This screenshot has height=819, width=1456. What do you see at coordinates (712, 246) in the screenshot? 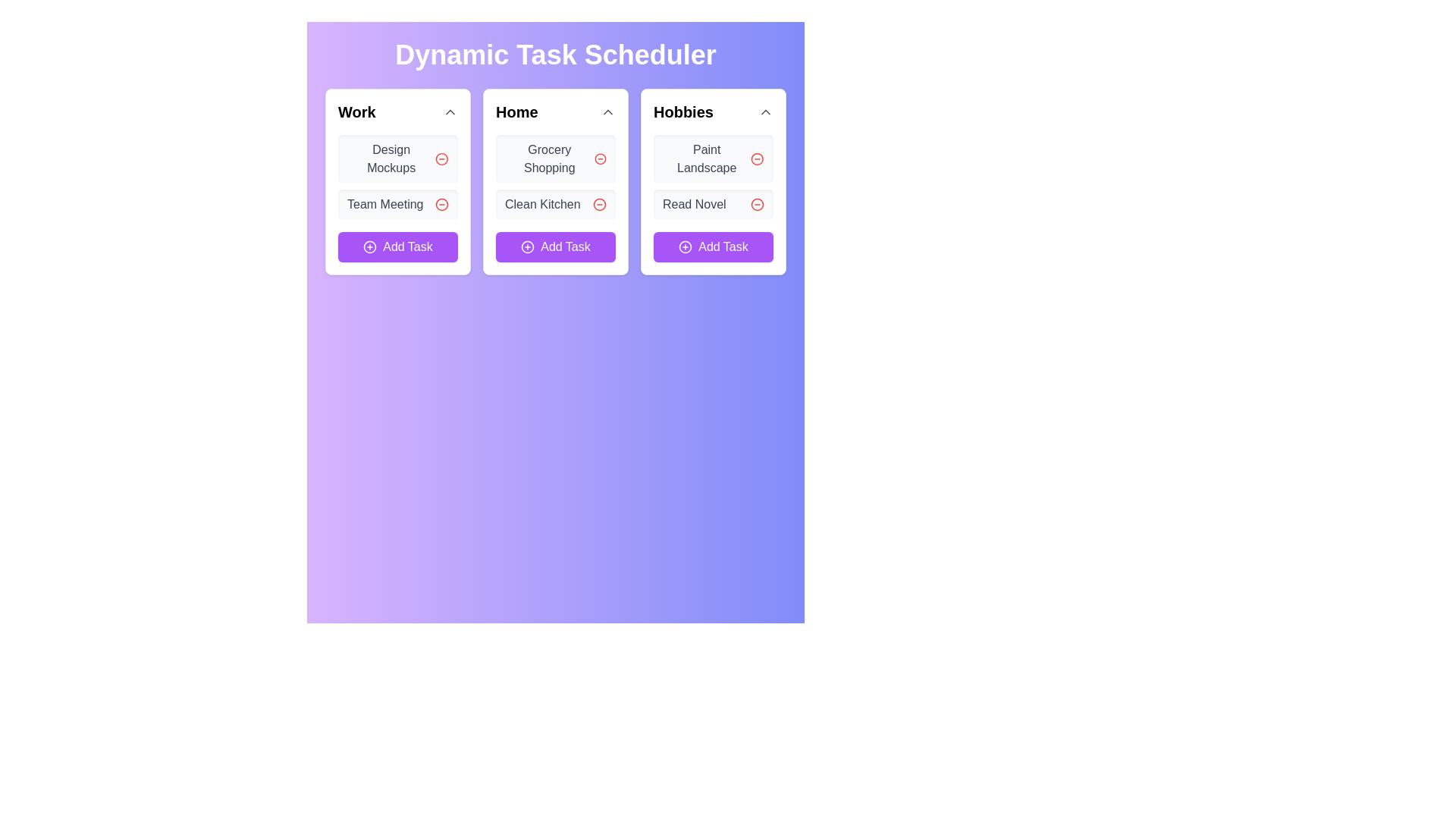
I see `the button used to add a new task to the 'Hobbies' category, located at the bottom of the 'Hobbies' section, to change its shade` at bounding box center [712, 246].